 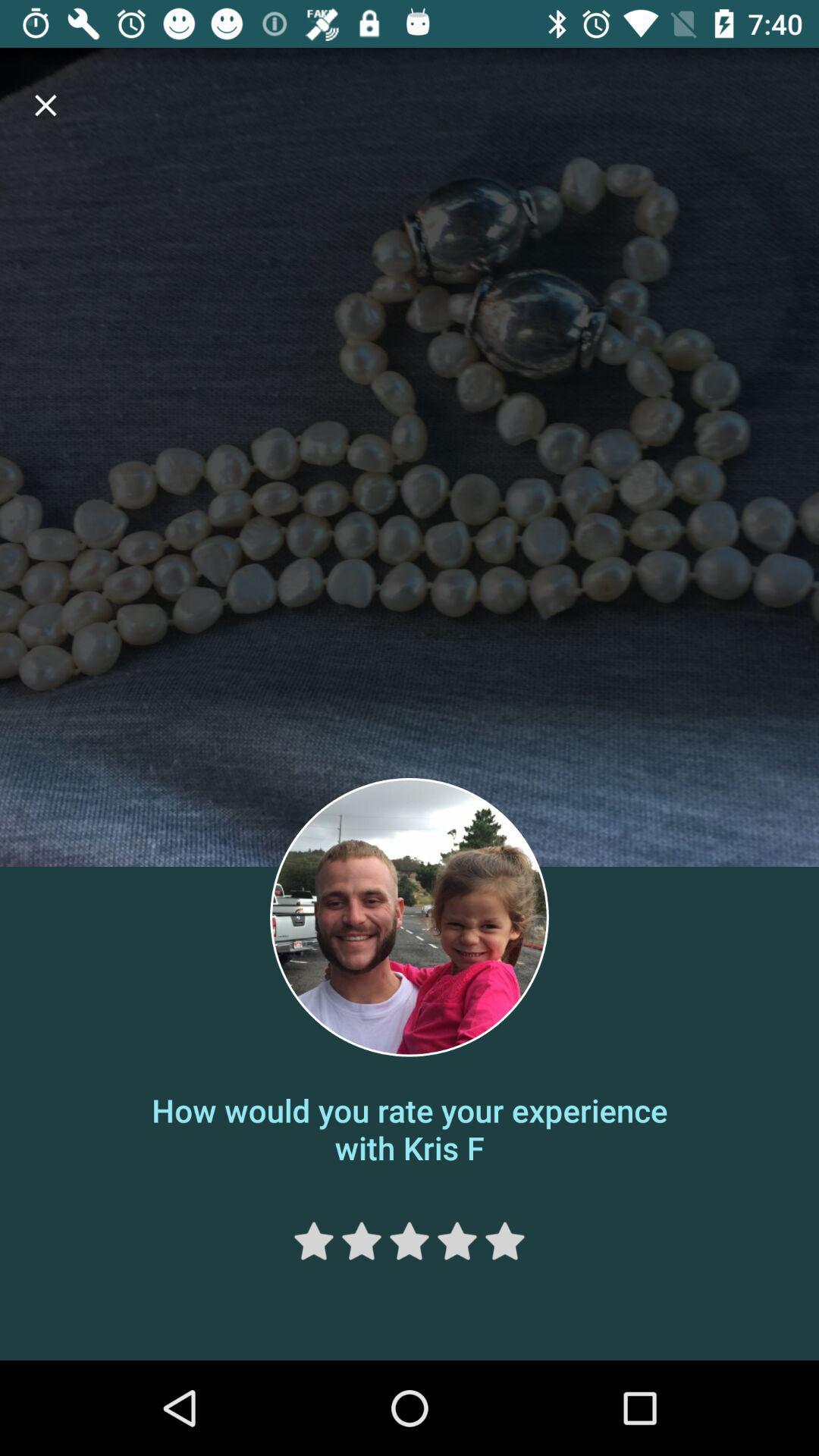 What do you see at coordinates (505, 1241) in the screenshot?
I see `give five stars` at bounding box center [505, 1241].